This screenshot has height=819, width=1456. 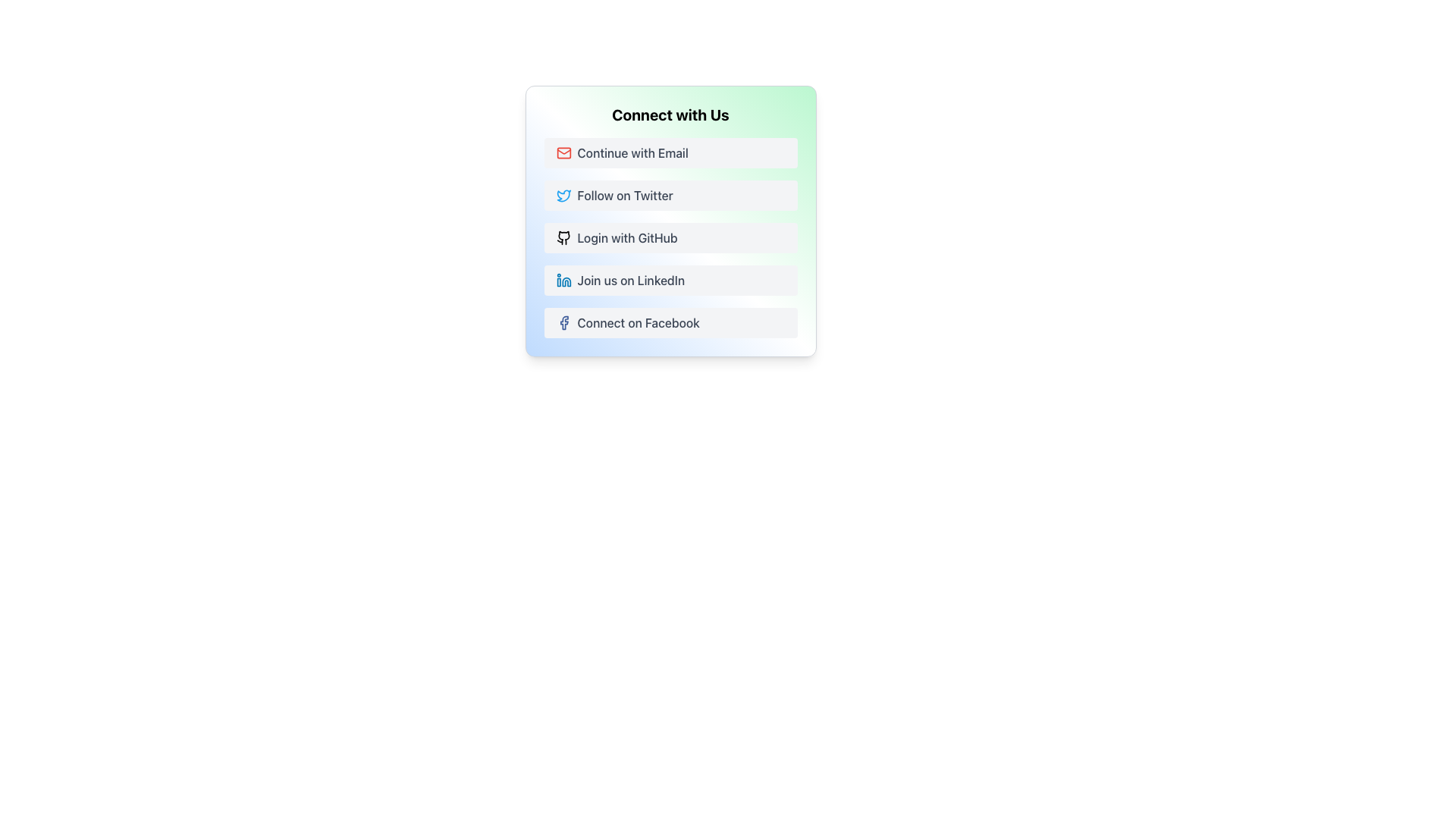 What do you see at coordinates (670, 281) in the screenshot?
I see `the 'Join us on LinkedIn' button, which has a light gray background with rounded corners and features a blue LinkedIn logo icon on the left` at bounding box center [670, 281].